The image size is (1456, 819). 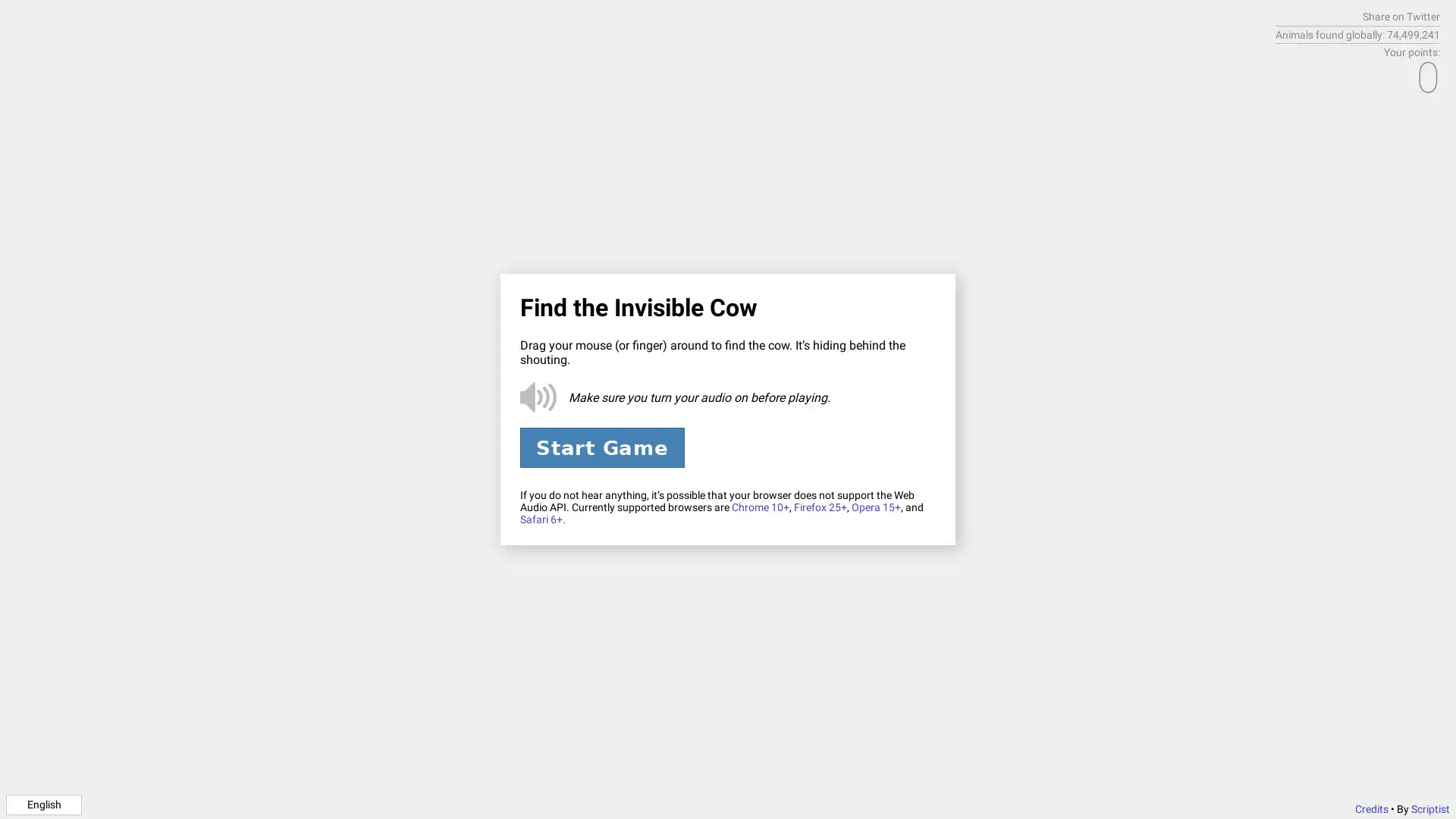 I want to click on English, so click(x=43, y=803).